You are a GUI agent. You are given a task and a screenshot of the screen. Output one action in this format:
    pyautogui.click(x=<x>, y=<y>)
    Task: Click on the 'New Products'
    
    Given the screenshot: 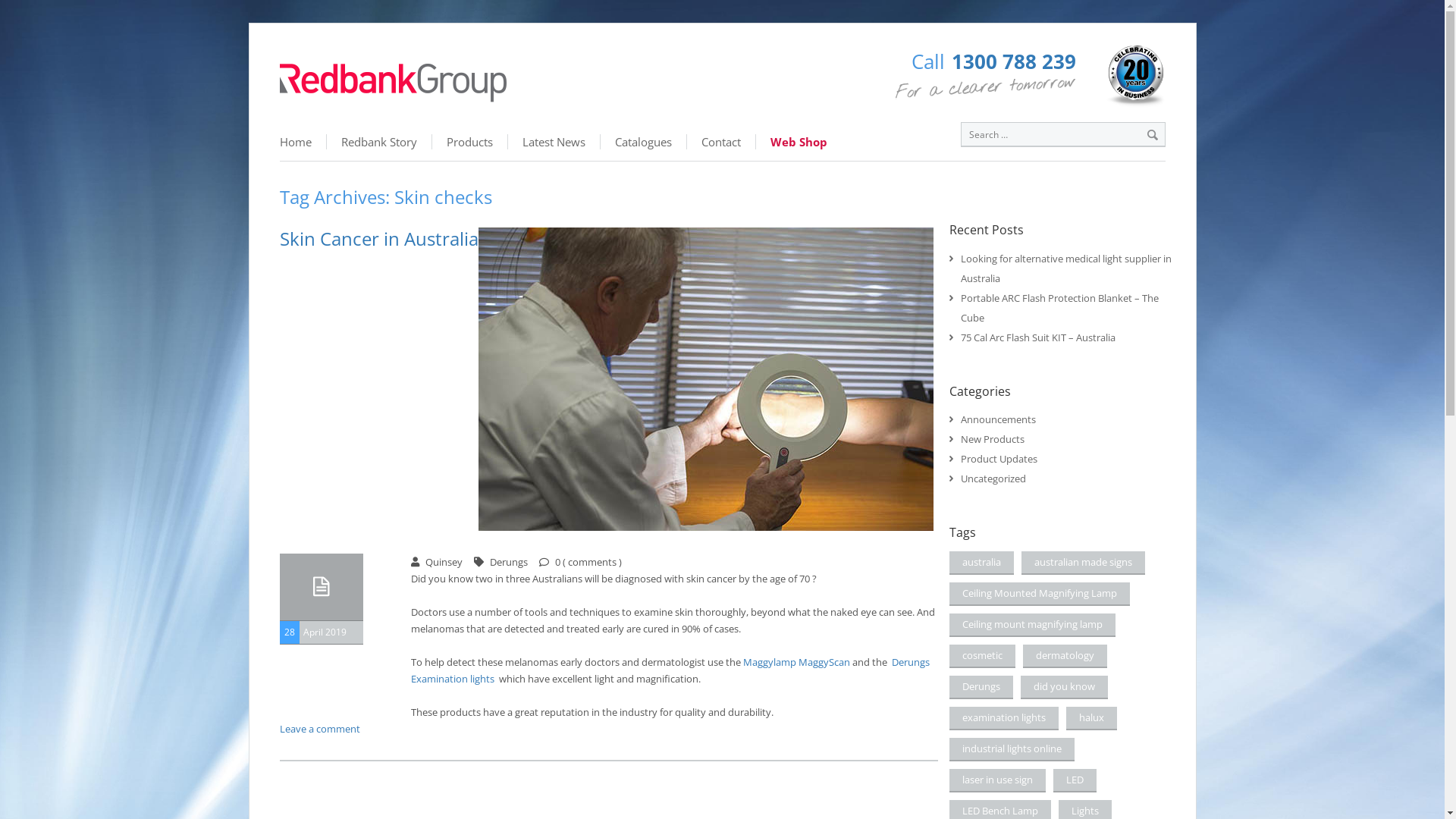 What is the action you would take?
    pyautogui.click(x=993, y=438)
    